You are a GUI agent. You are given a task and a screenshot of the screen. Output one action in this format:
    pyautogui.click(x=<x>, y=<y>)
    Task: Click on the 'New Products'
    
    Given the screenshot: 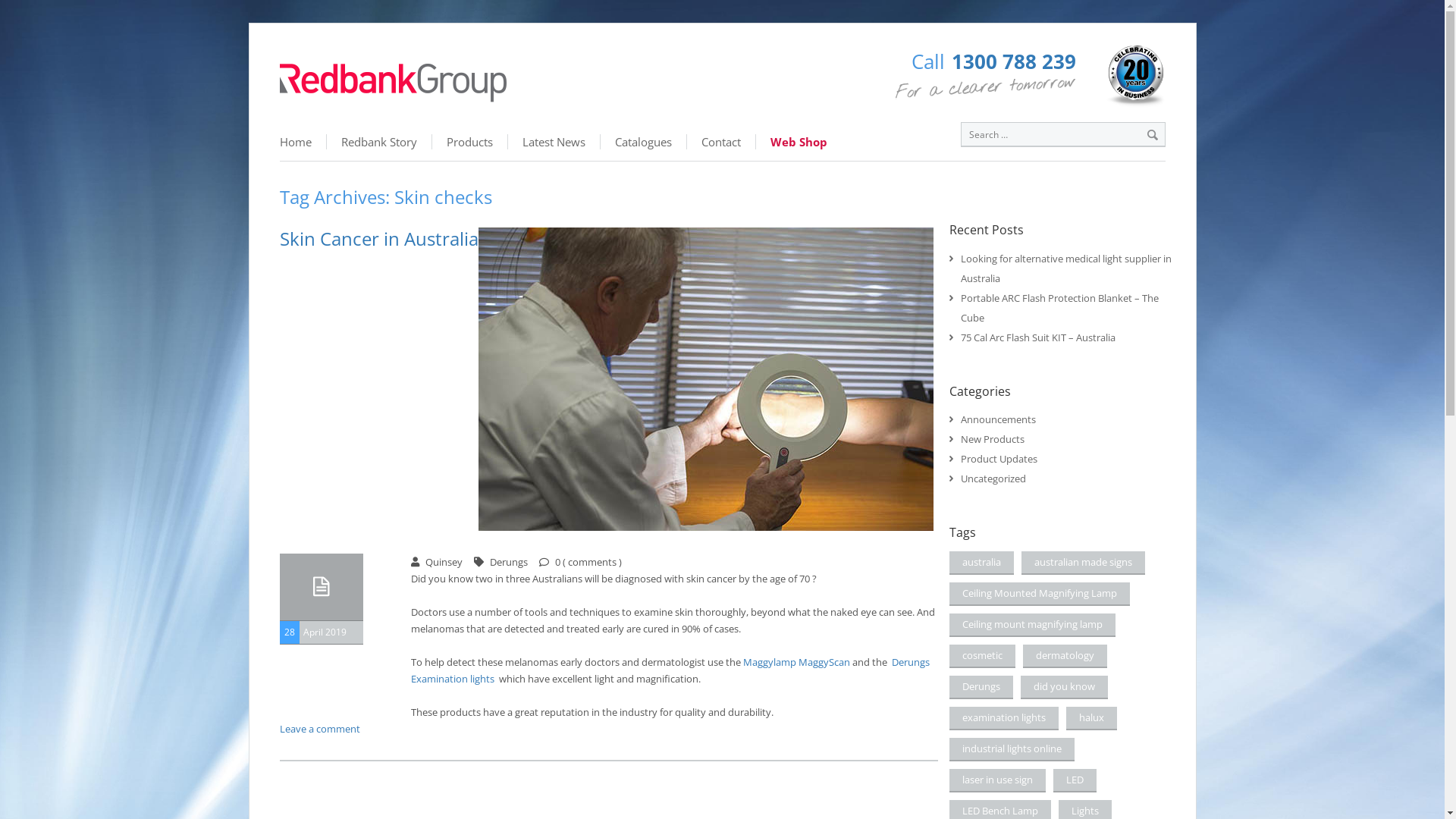 What is the action you would take?
    pyautogui.click(x=993, y=438)
    